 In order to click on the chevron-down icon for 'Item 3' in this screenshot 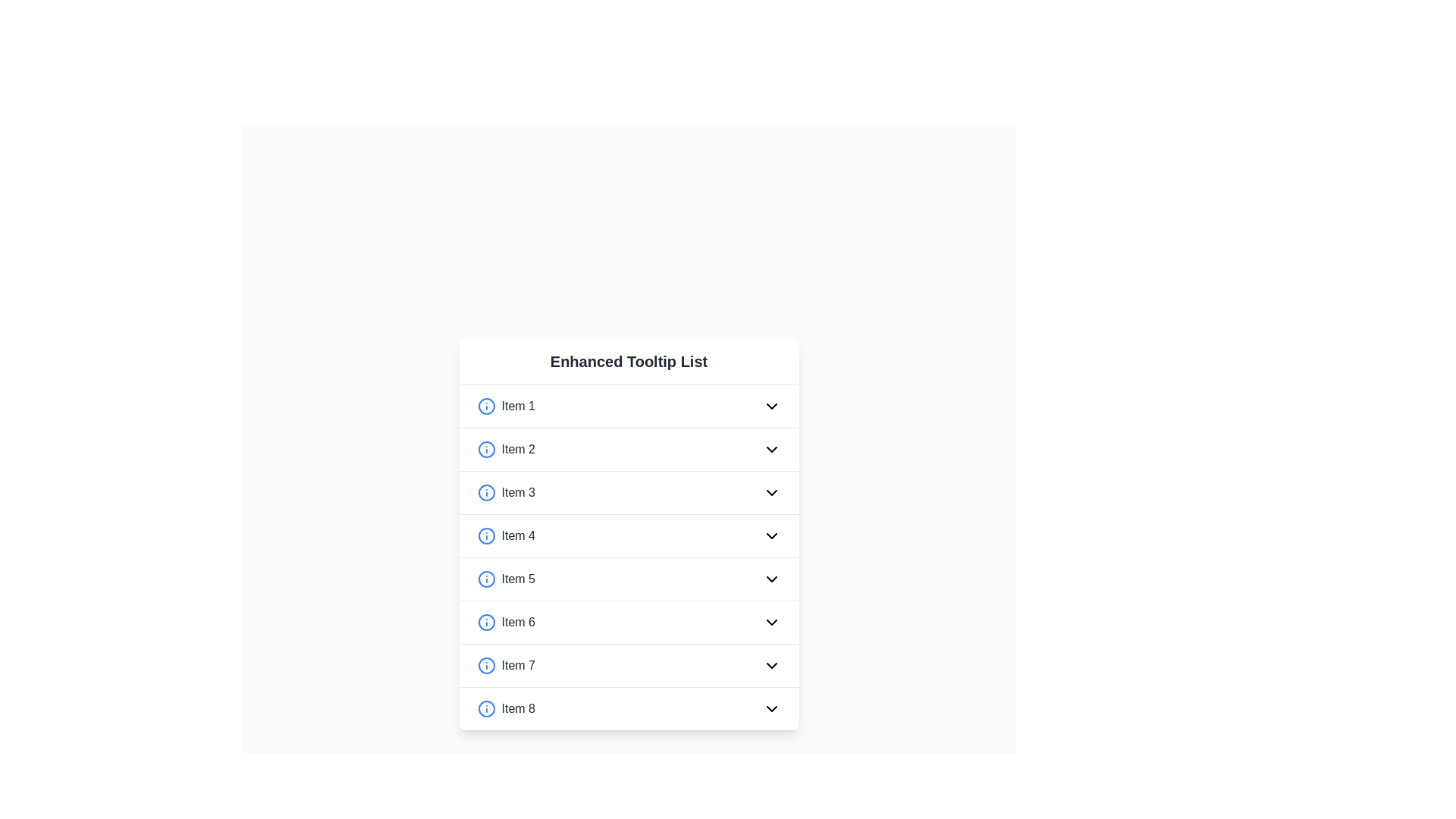, I will do `click(771, 493)`.